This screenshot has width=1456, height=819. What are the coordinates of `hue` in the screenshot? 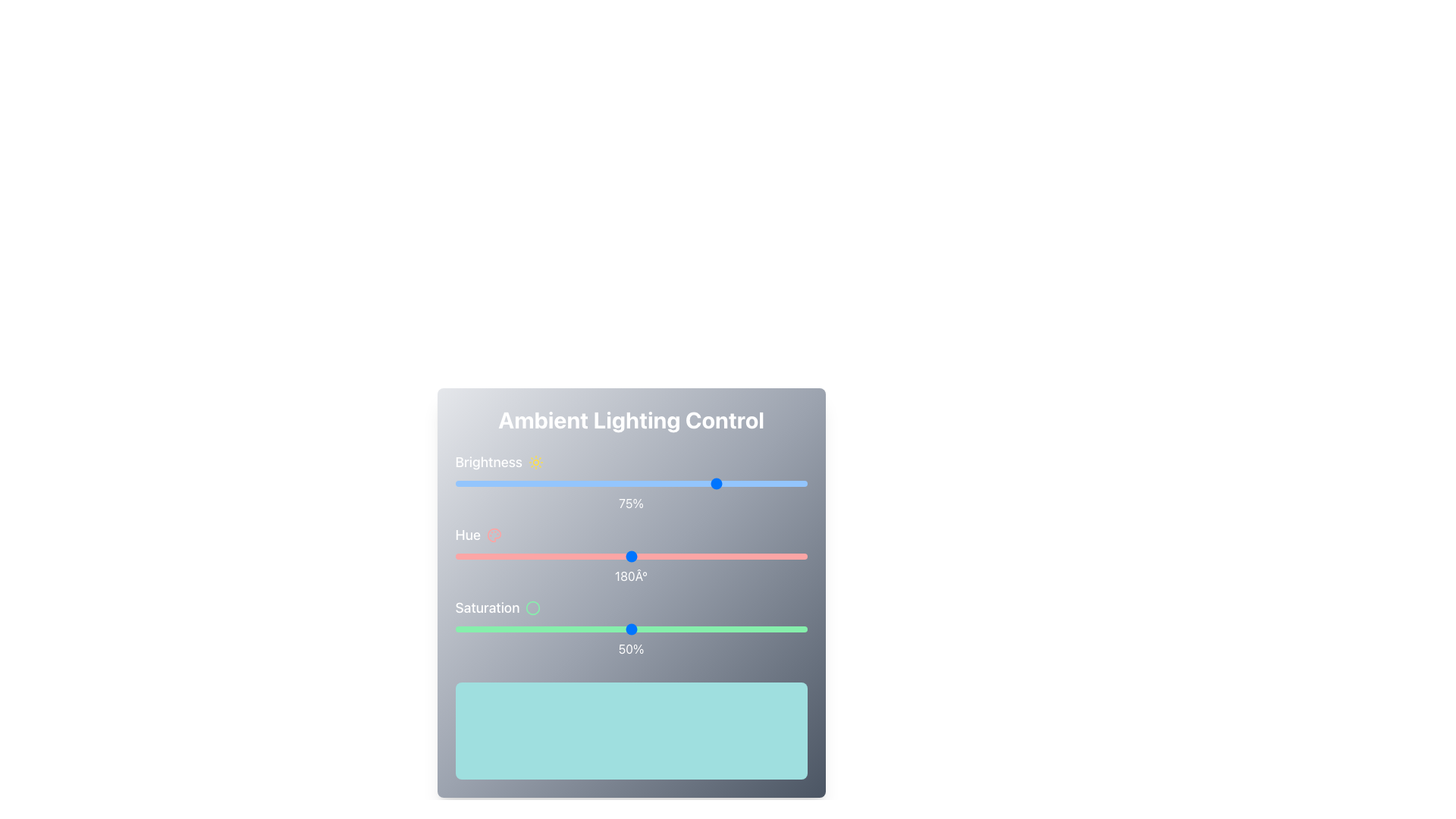 It's located at (658, 556).